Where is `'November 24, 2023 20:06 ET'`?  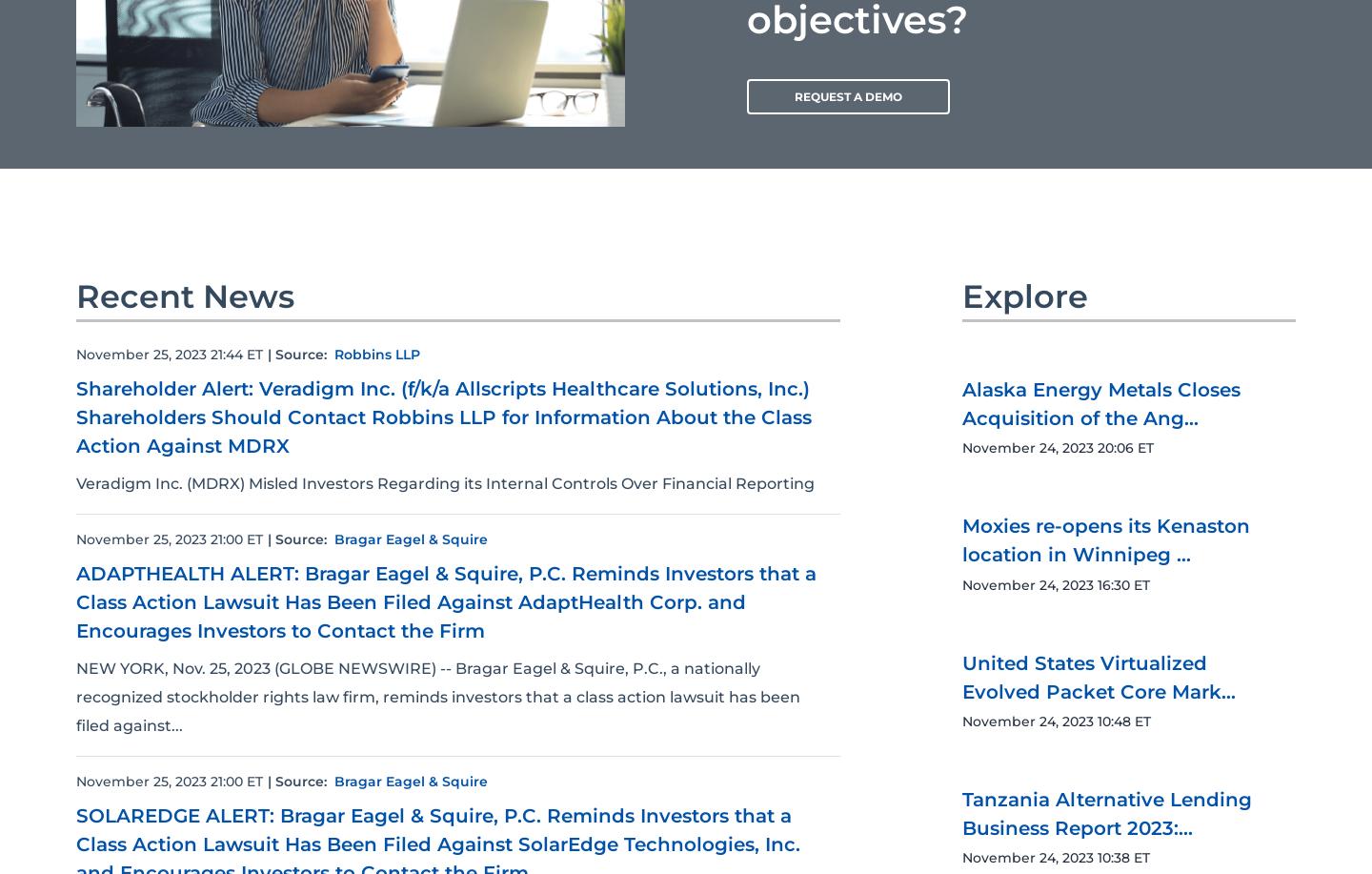
'November 24, 2023 20:06 ET' is located at coordinates (1057, 446).